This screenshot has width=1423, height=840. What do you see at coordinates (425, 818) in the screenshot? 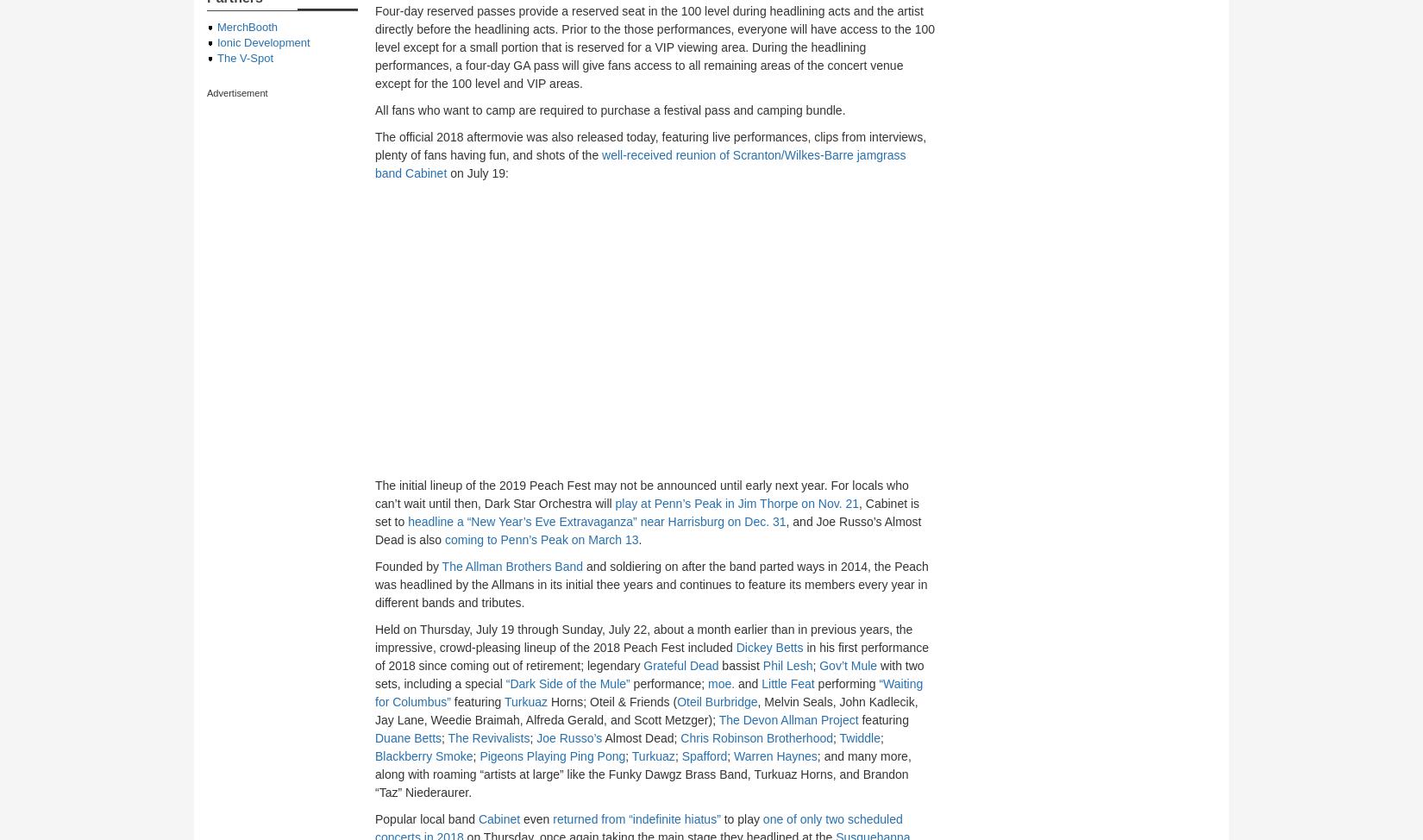
I see `'Popular local band'` at bounding box center [425, 818].